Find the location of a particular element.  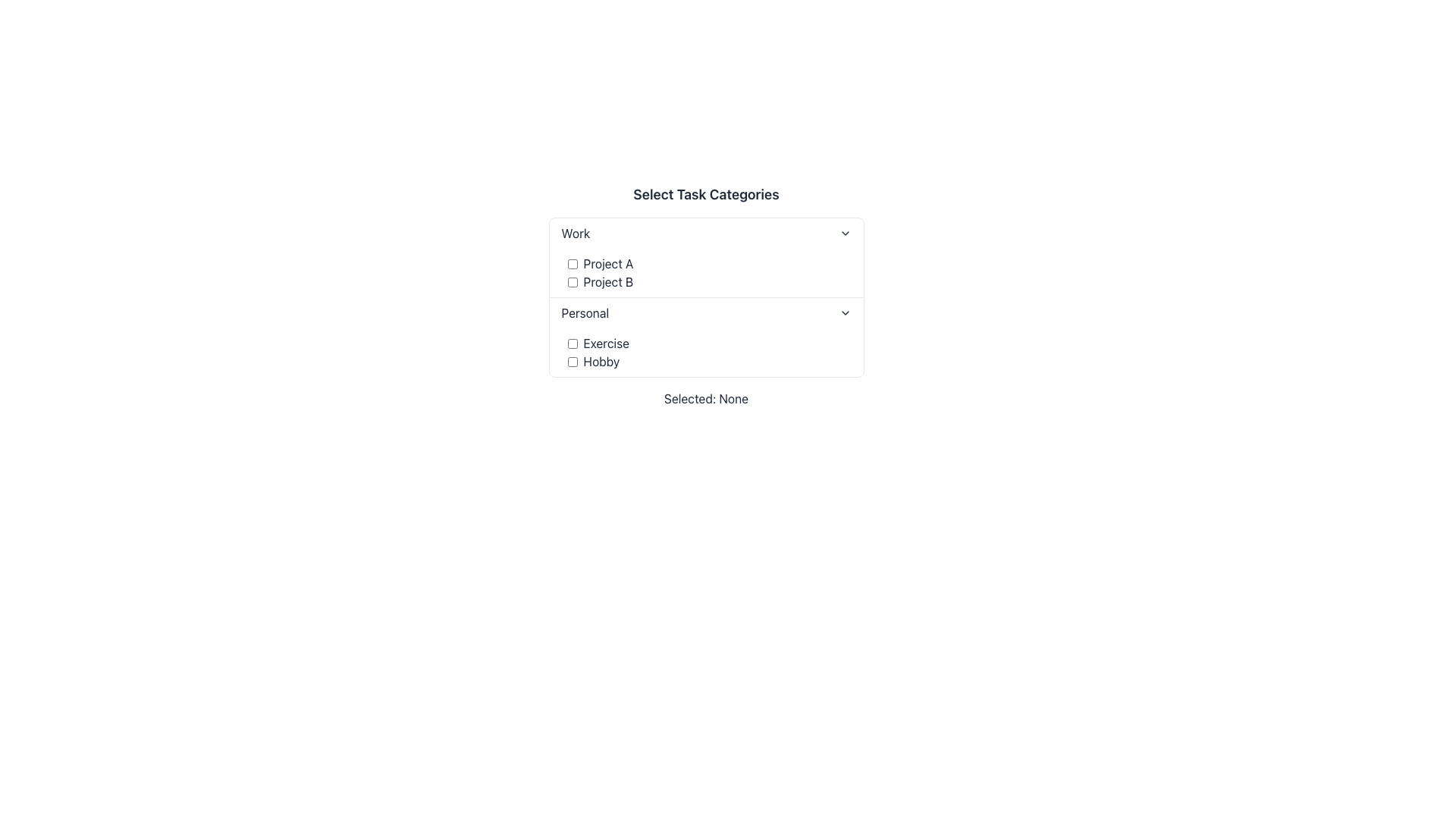

the text label that serves as a descriptor for the adjacent checkbox in the 'Personal' subsection under 'Select Task Categories' is located at coordinates (601, 362).